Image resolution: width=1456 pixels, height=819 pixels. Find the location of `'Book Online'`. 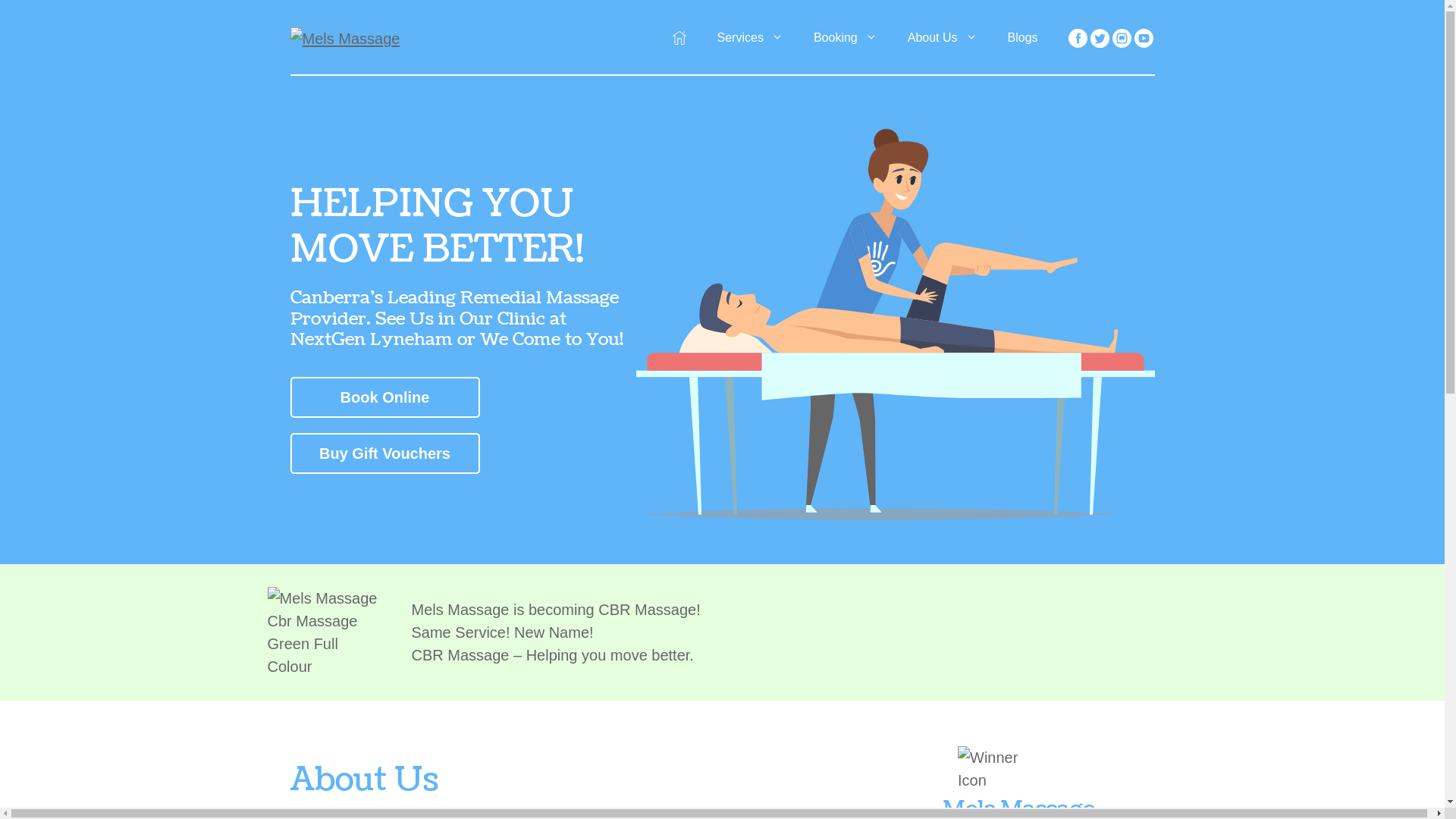

'Book Online' is located at coordinates (384, 397).